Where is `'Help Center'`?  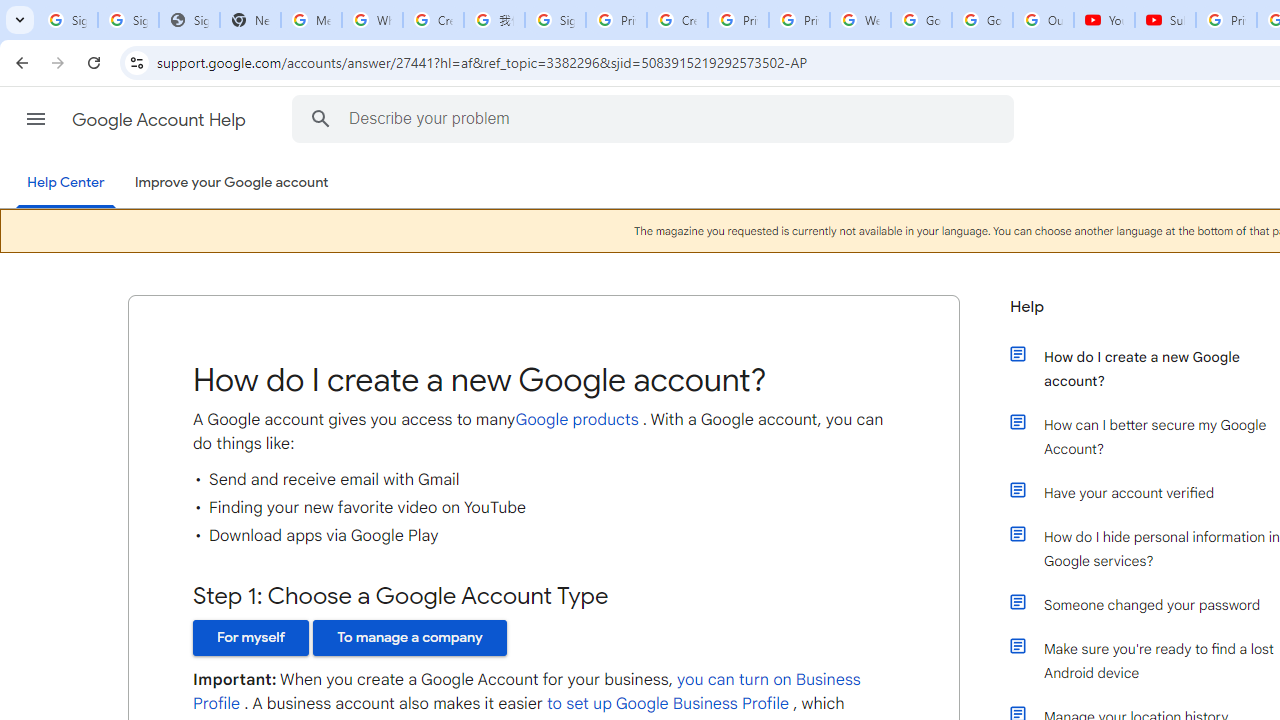
'Help Center' is located at coordinates (65, 183).